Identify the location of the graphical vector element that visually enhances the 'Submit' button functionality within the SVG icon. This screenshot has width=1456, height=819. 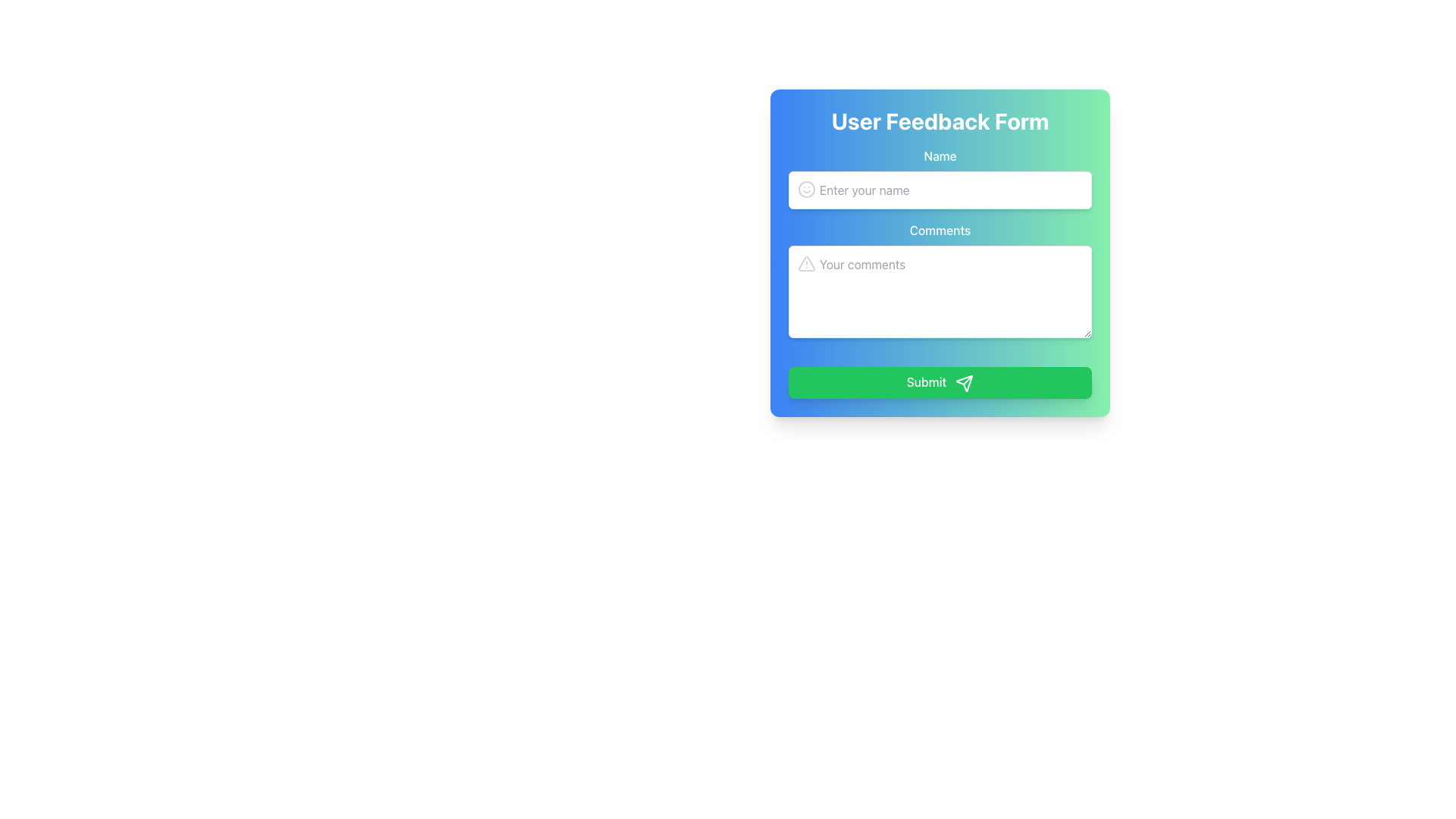
(967, 379).